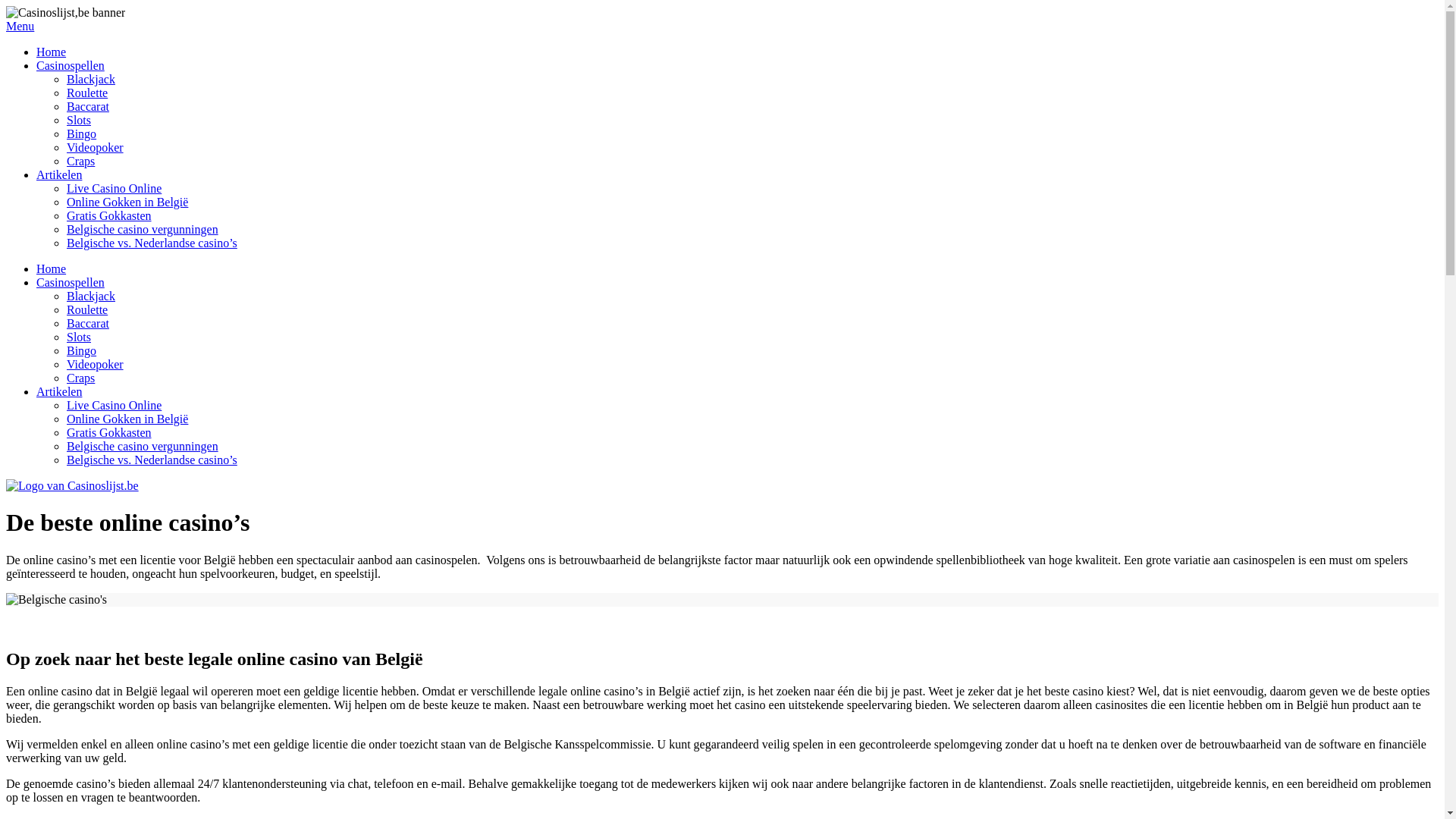 The image size is (1456, 819). I want to click on 'Baccarat', so click(65, 105).